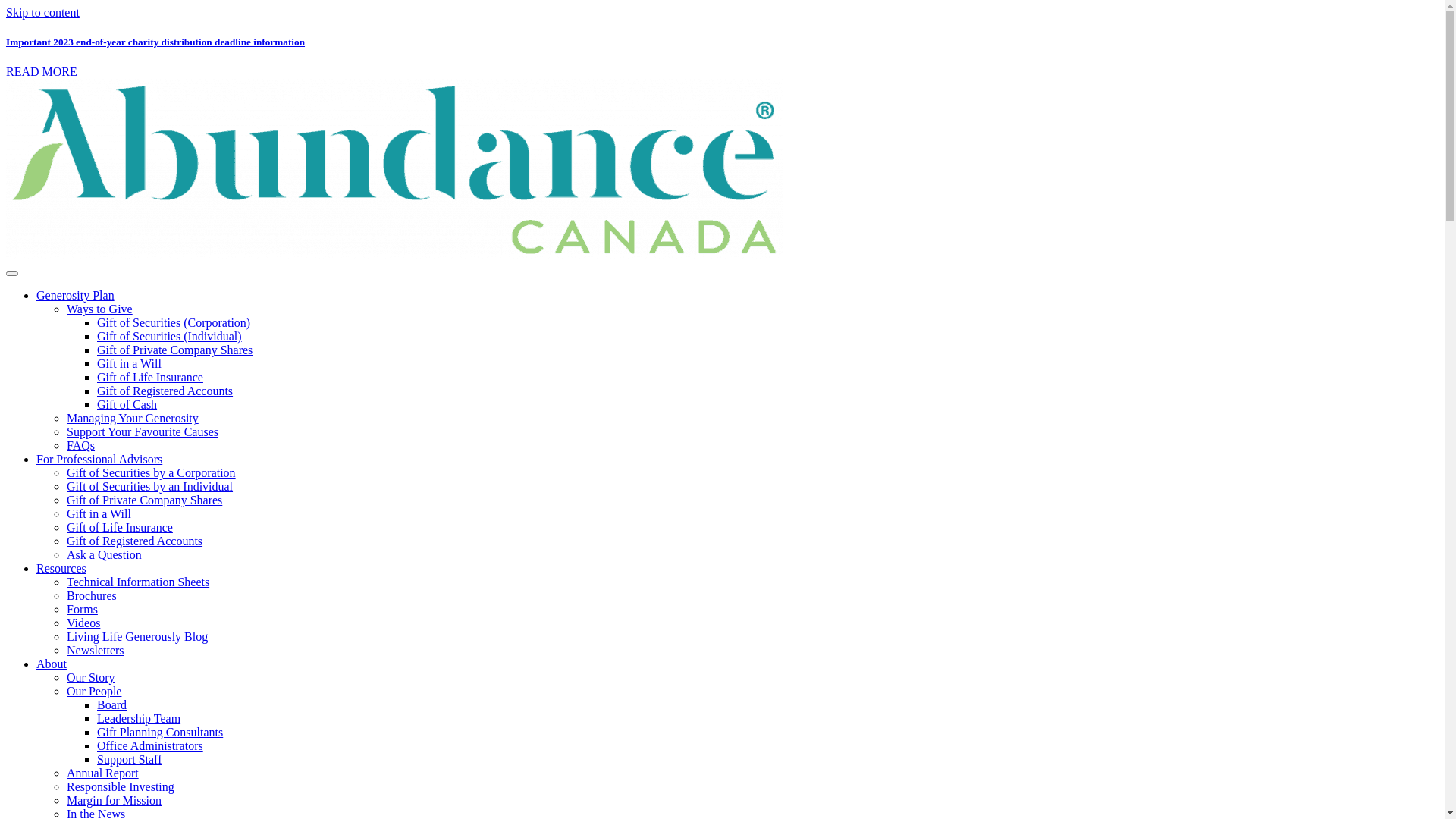 The image size is (1456, 819). What do you see at coordinates (96, 745) in the screenshot?
I see `'Office Administrators'` at bounding box center [96, 745].